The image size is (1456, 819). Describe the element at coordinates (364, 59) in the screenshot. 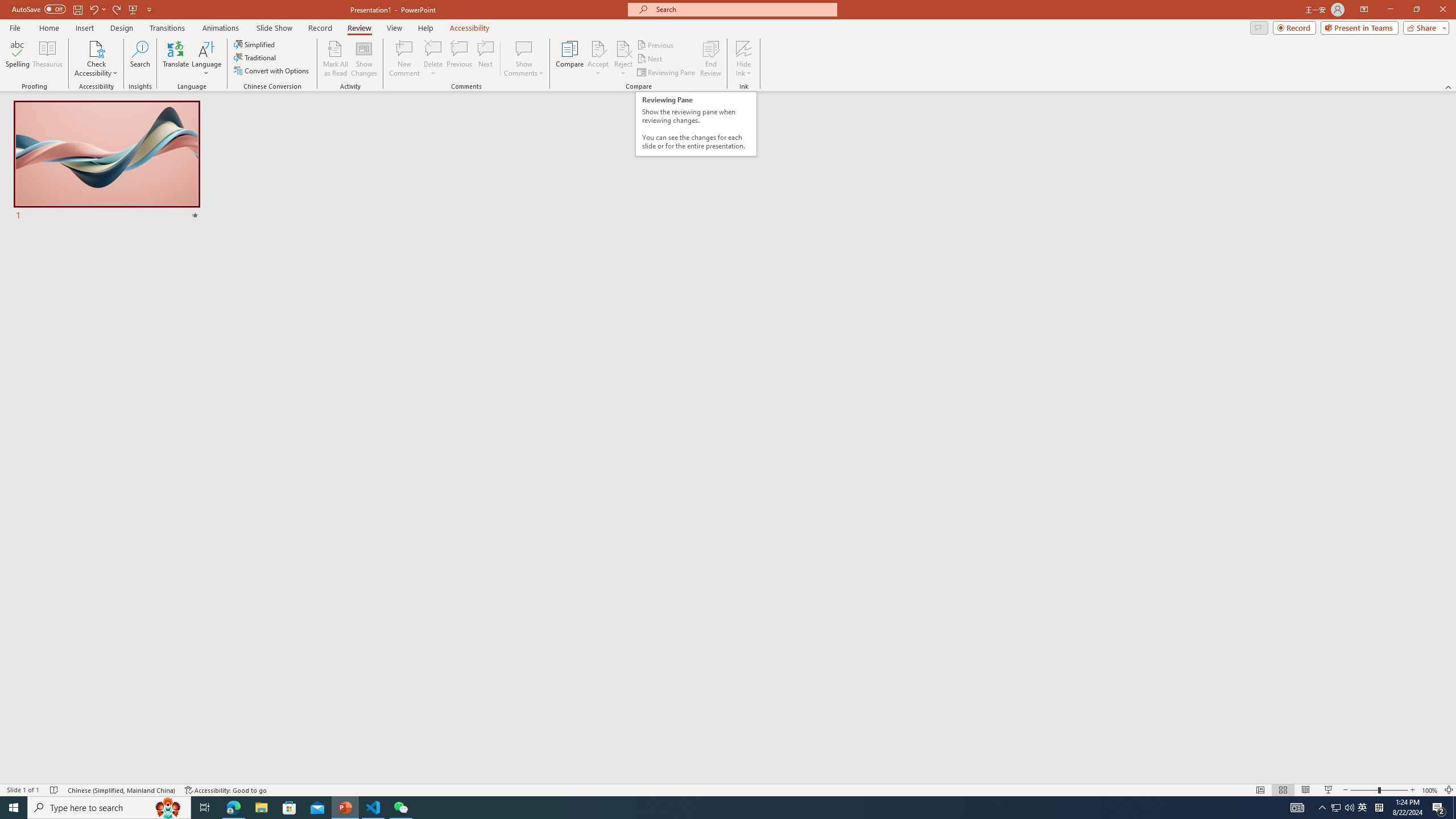

I see `'Show Changes'` at that location.